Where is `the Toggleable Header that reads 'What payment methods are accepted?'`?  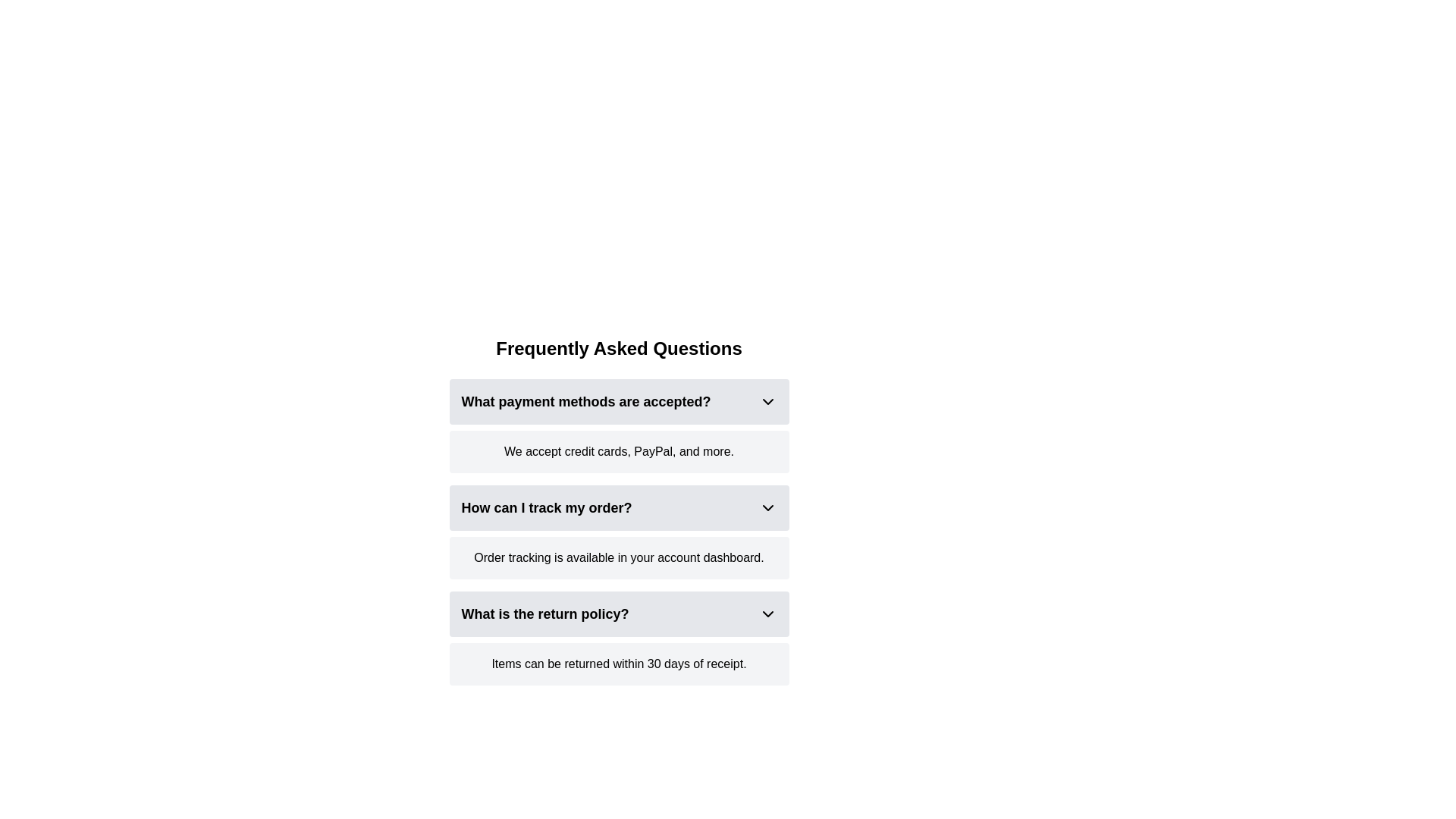
the Toggleable Header that reads 'What payment methods are accepted?' is located at coordinates (619, 400).